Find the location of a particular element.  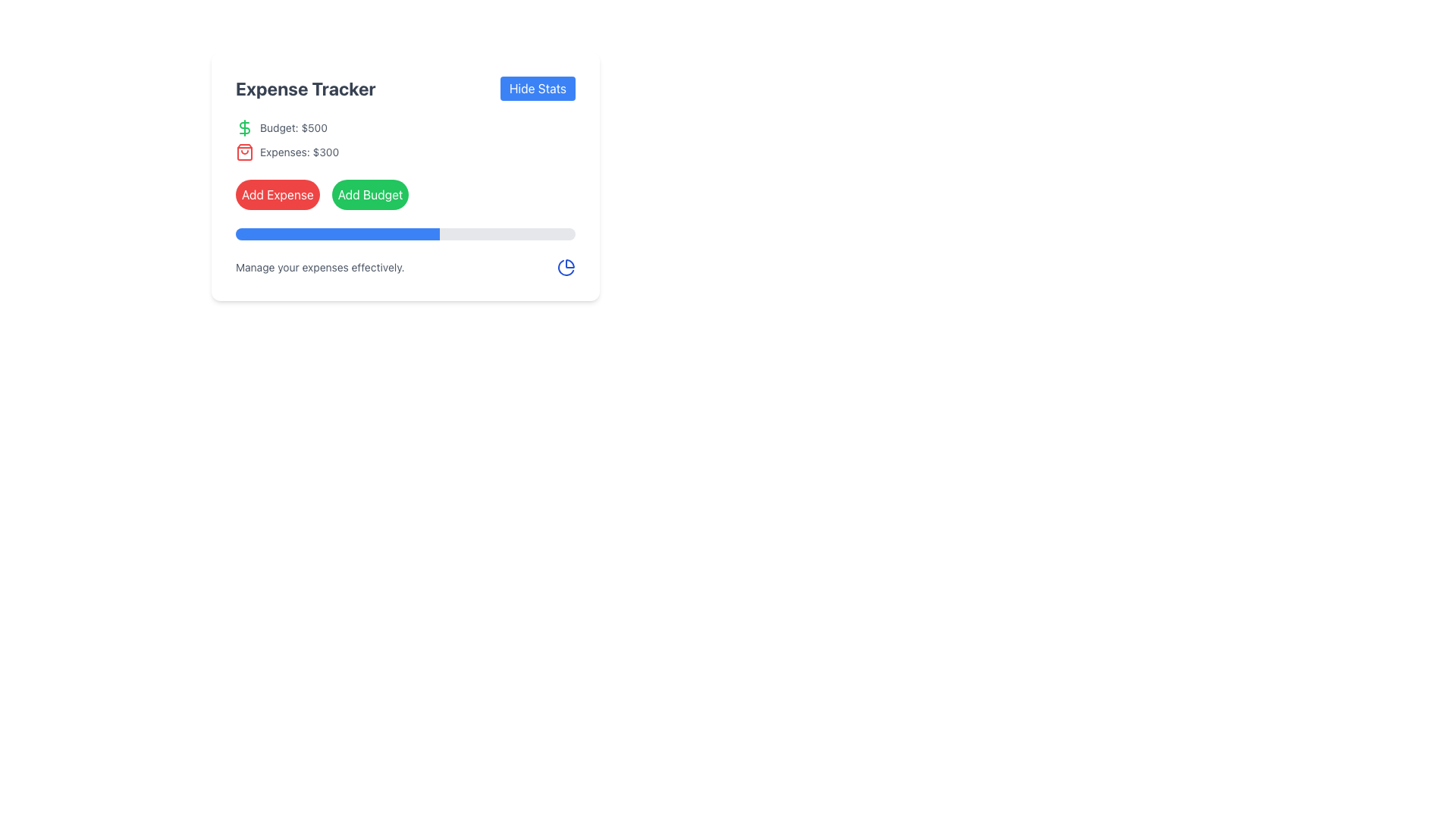

the functionality related to the arc component of the pie chart SVG element located in the bottom-right section of the card layout is located at coordinates (570, 262).